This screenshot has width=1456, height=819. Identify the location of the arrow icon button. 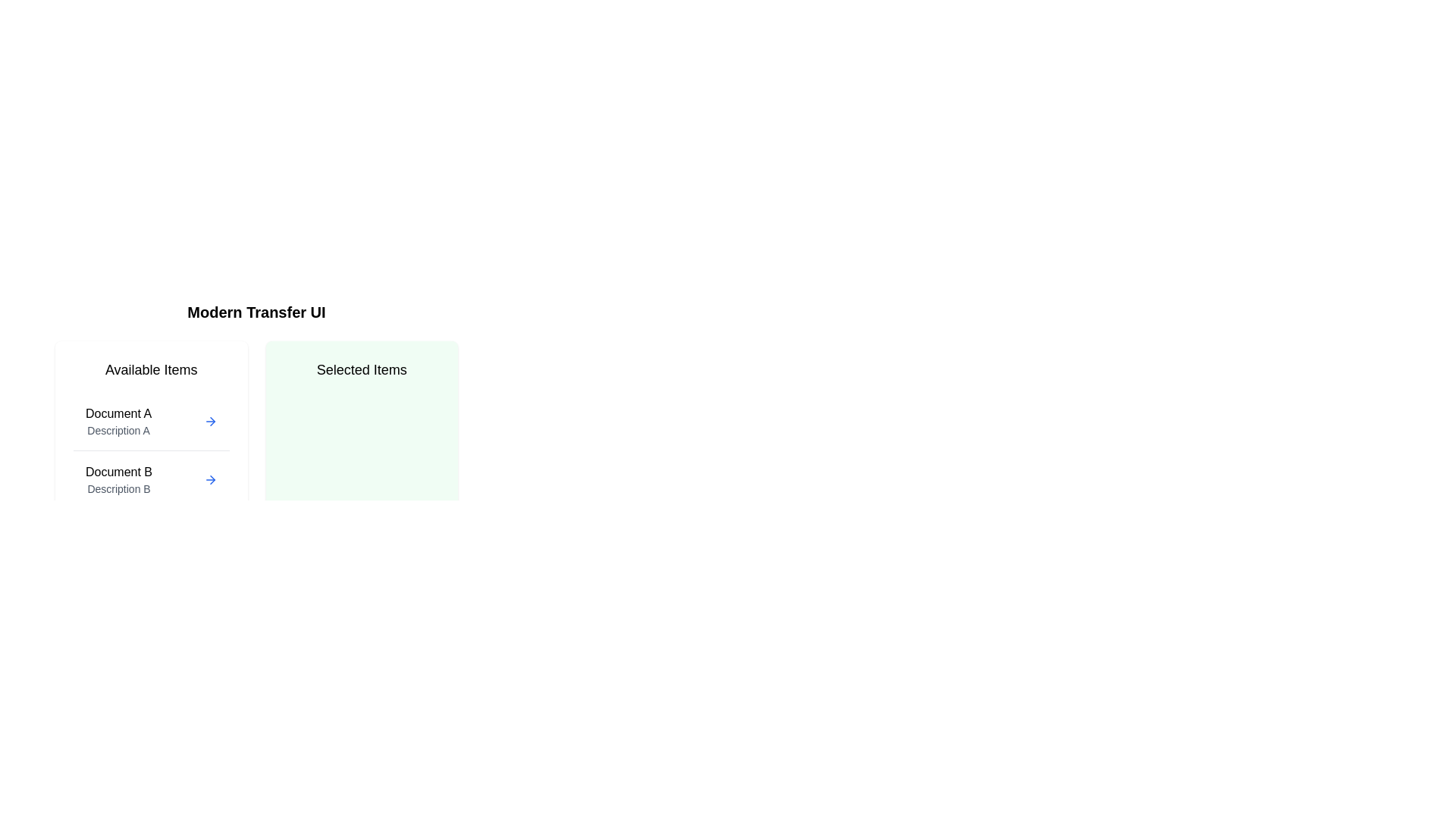
(209, 421).